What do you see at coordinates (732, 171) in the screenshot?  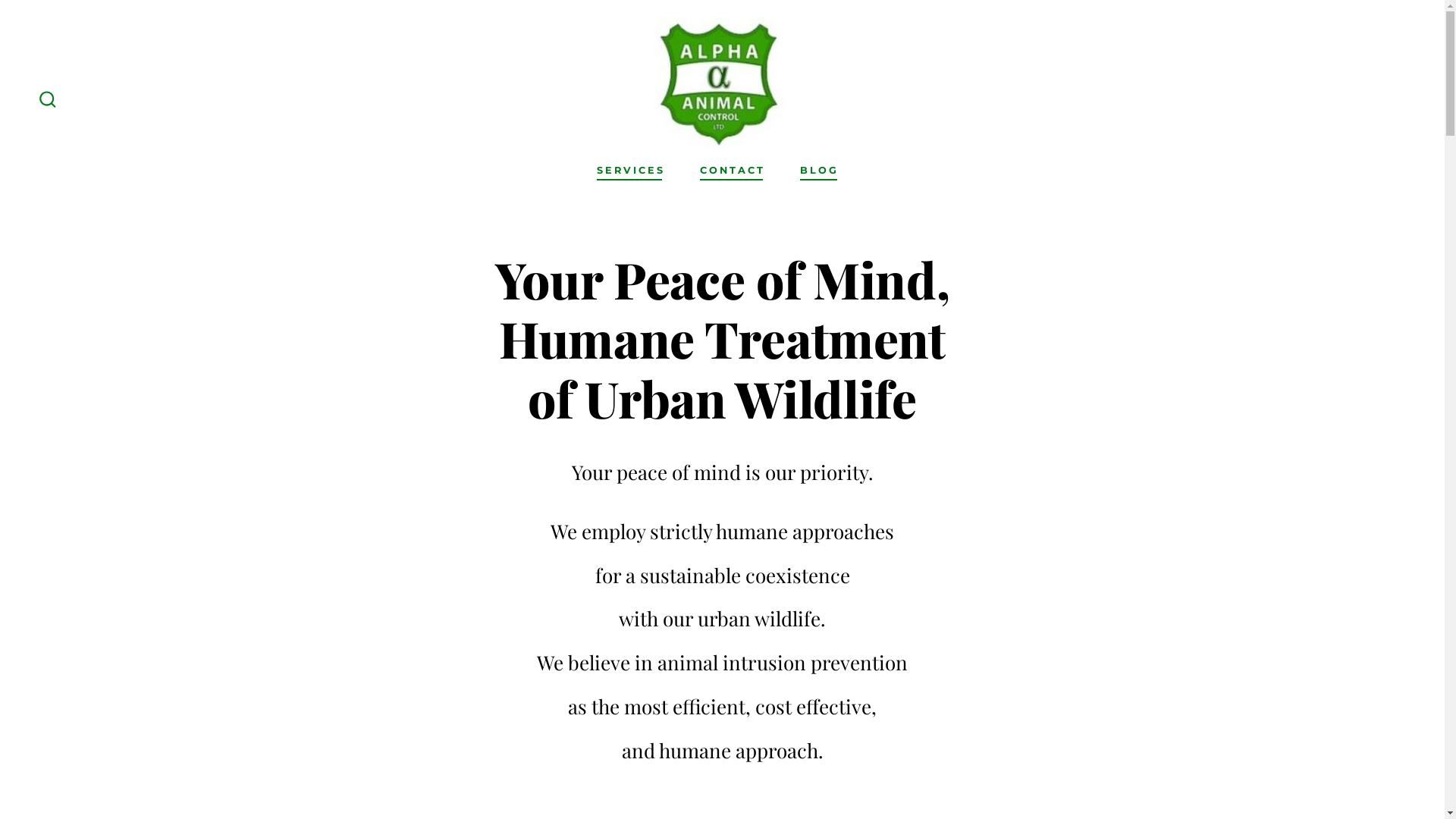 I see `'CONTACT'` at bounding box center [732, 171].